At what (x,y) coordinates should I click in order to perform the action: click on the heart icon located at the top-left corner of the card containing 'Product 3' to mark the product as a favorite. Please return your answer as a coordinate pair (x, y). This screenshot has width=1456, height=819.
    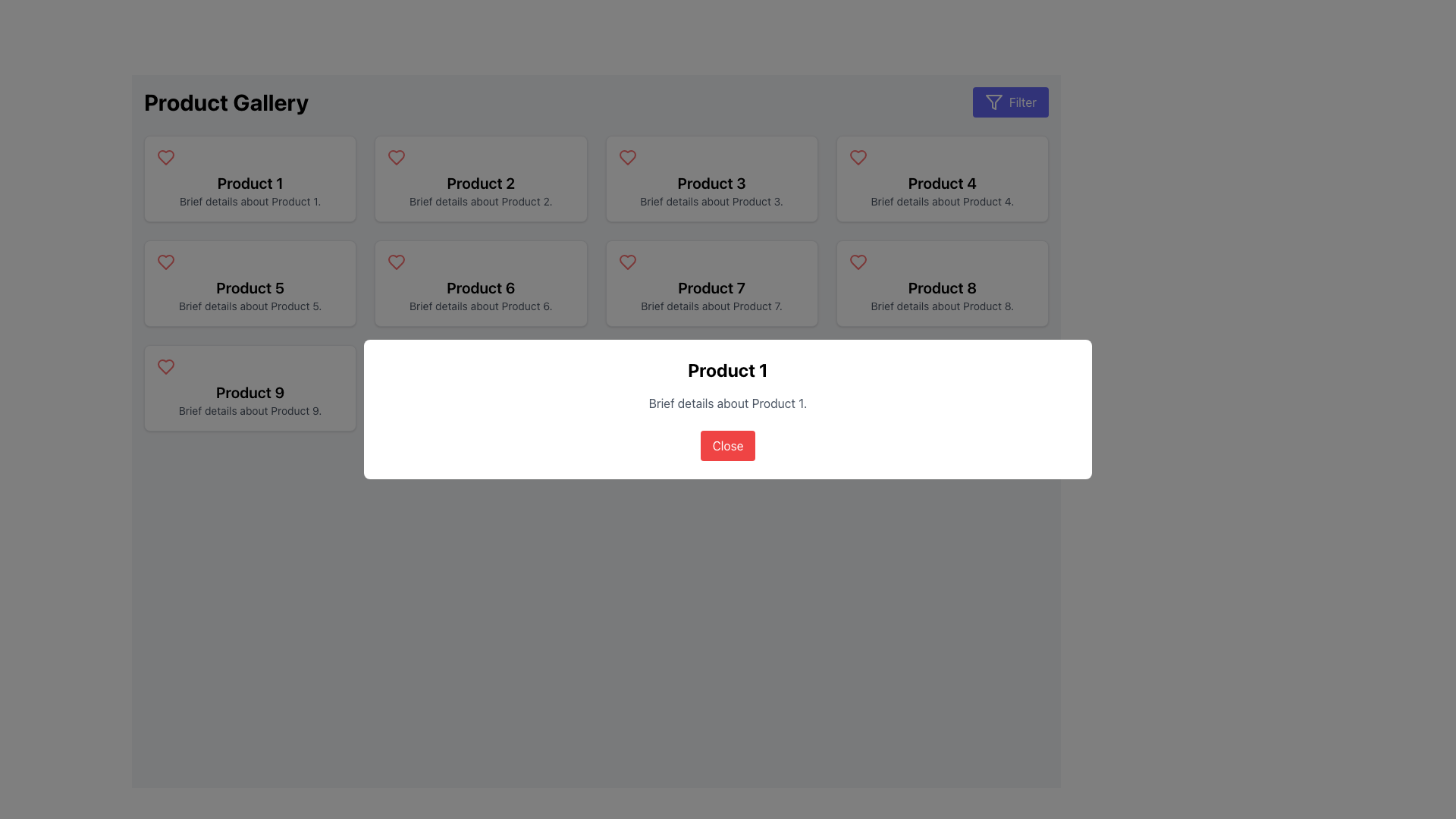
    Looking at the image, I should click on (627, 158).